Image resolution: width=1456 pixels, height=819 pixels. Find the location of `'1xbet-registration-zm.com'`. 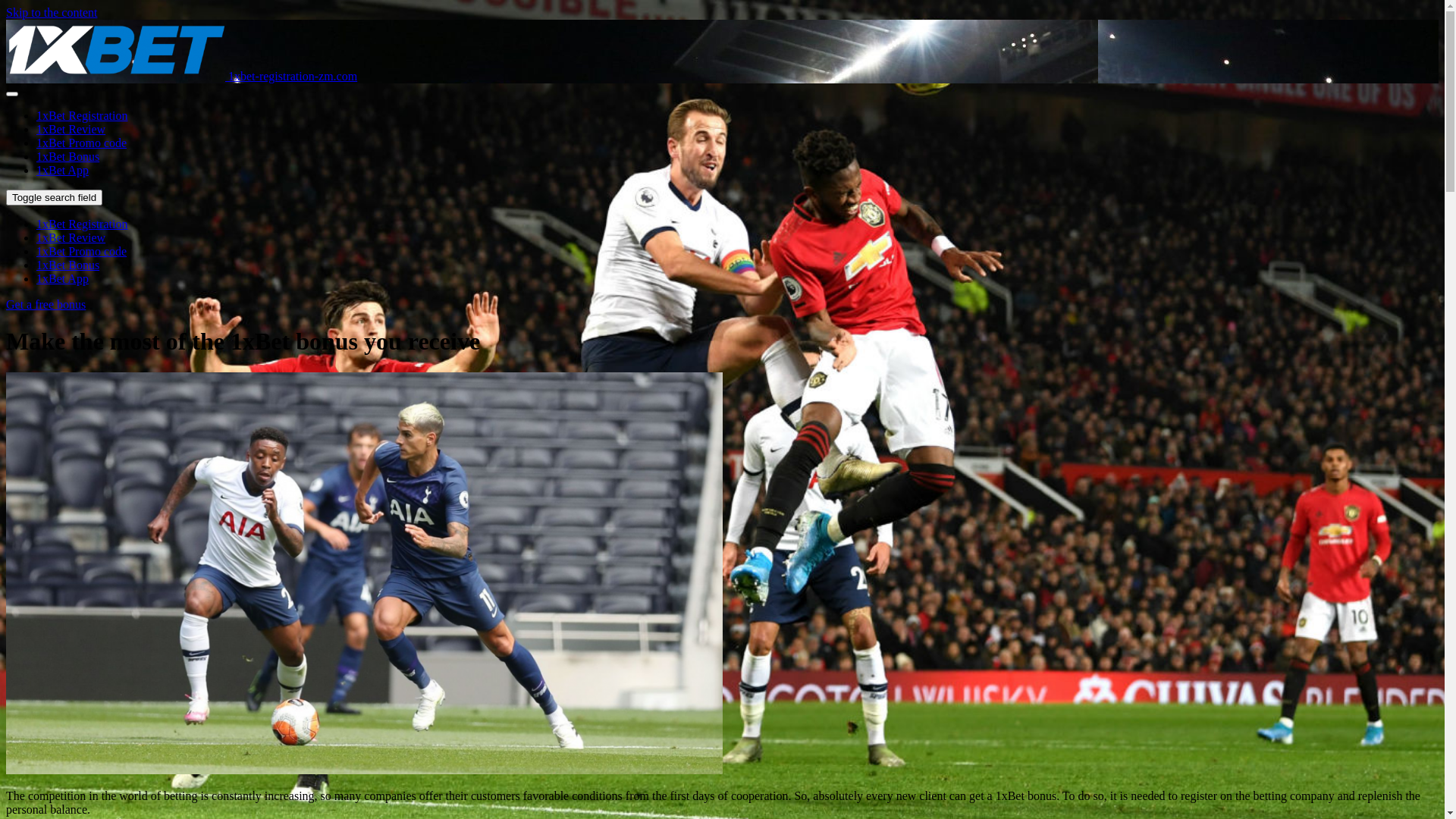

'1xbet-registration-zm.com' is located at coordinates (6, 76).